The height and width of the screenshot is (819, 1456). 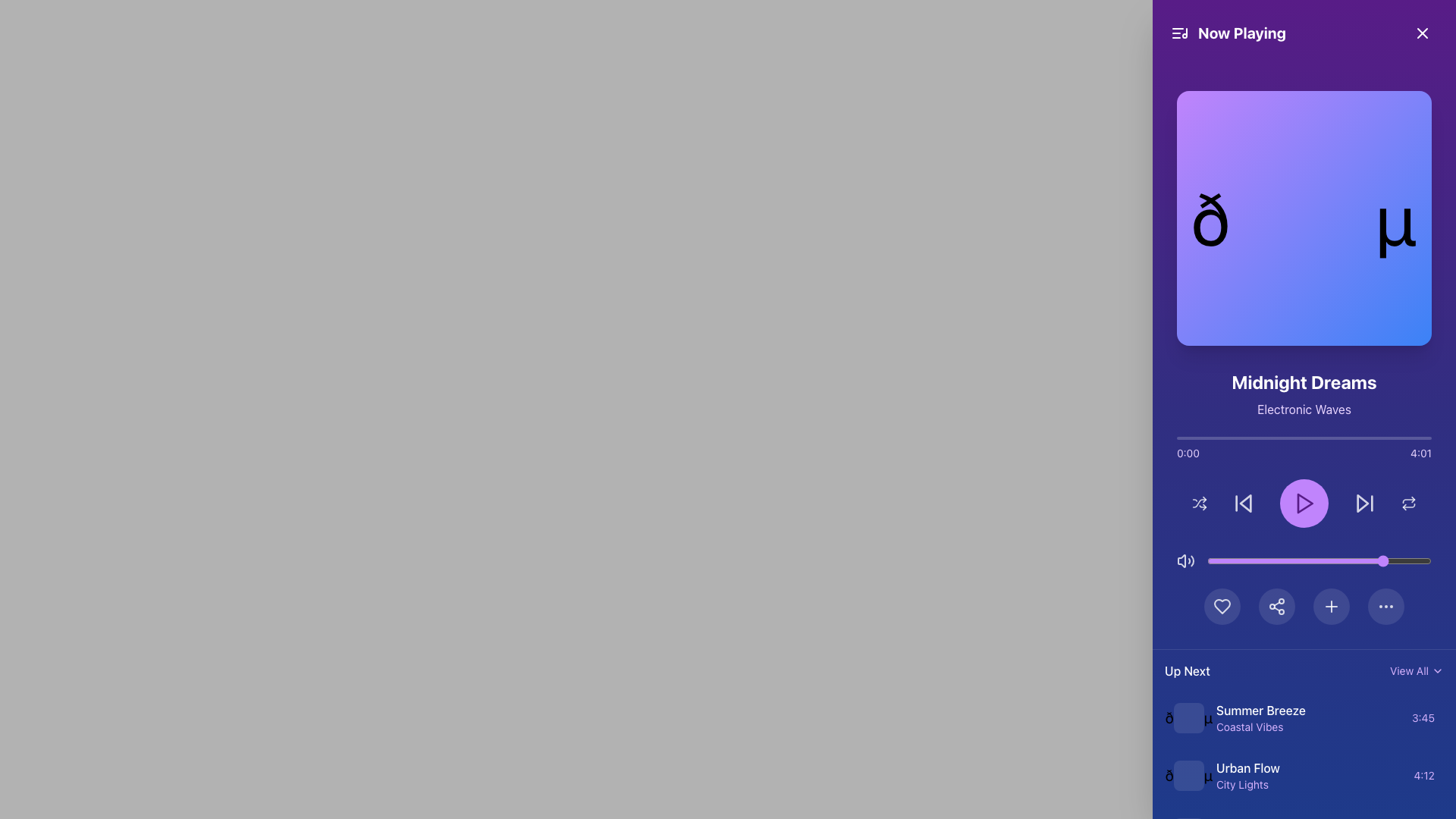 I want to click on text labeled 'Now Playing' which is styled in bold white font on a purple background, located at the top-left corner of the right panel header adjacent to a musical note icon, so click(x=1228, y=33).